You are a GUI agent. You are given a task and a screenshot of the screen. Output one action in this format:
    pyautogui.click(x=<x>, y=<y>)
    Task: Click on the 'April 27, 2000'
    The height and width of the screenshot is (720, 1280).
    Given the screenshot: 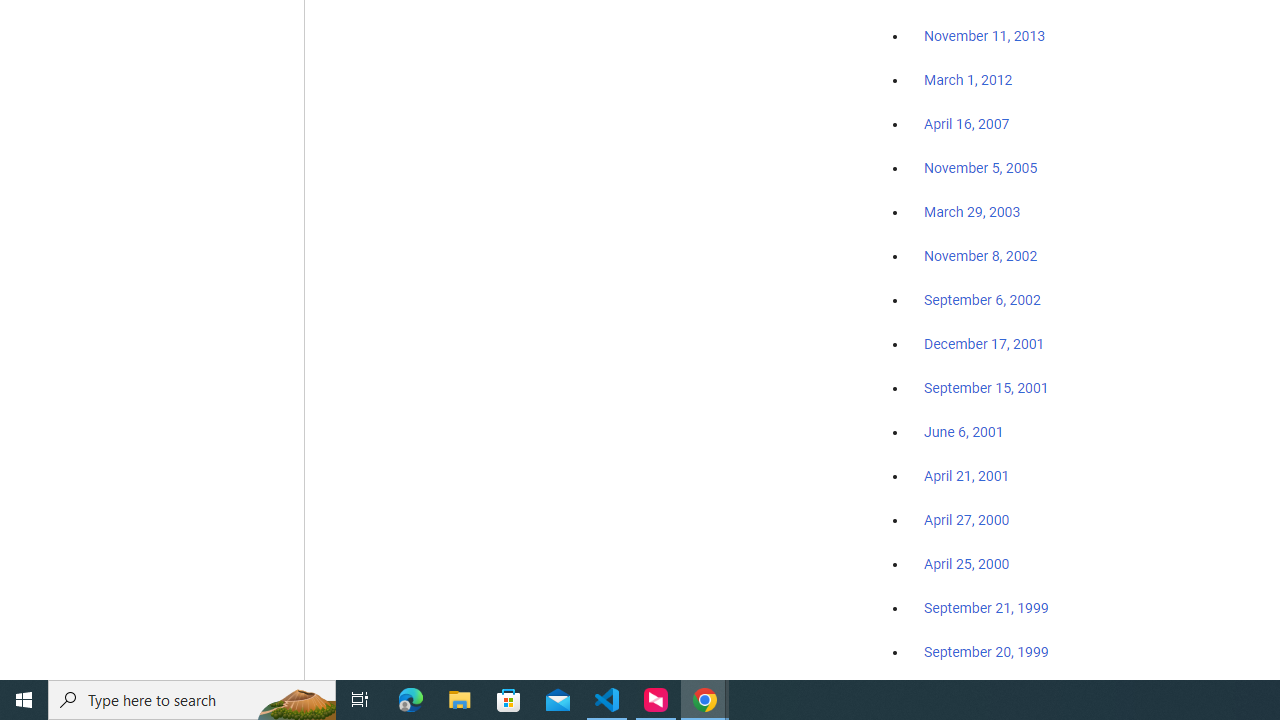 What is the action you would take?
    pyautogui.click(x=967, y=519)
    